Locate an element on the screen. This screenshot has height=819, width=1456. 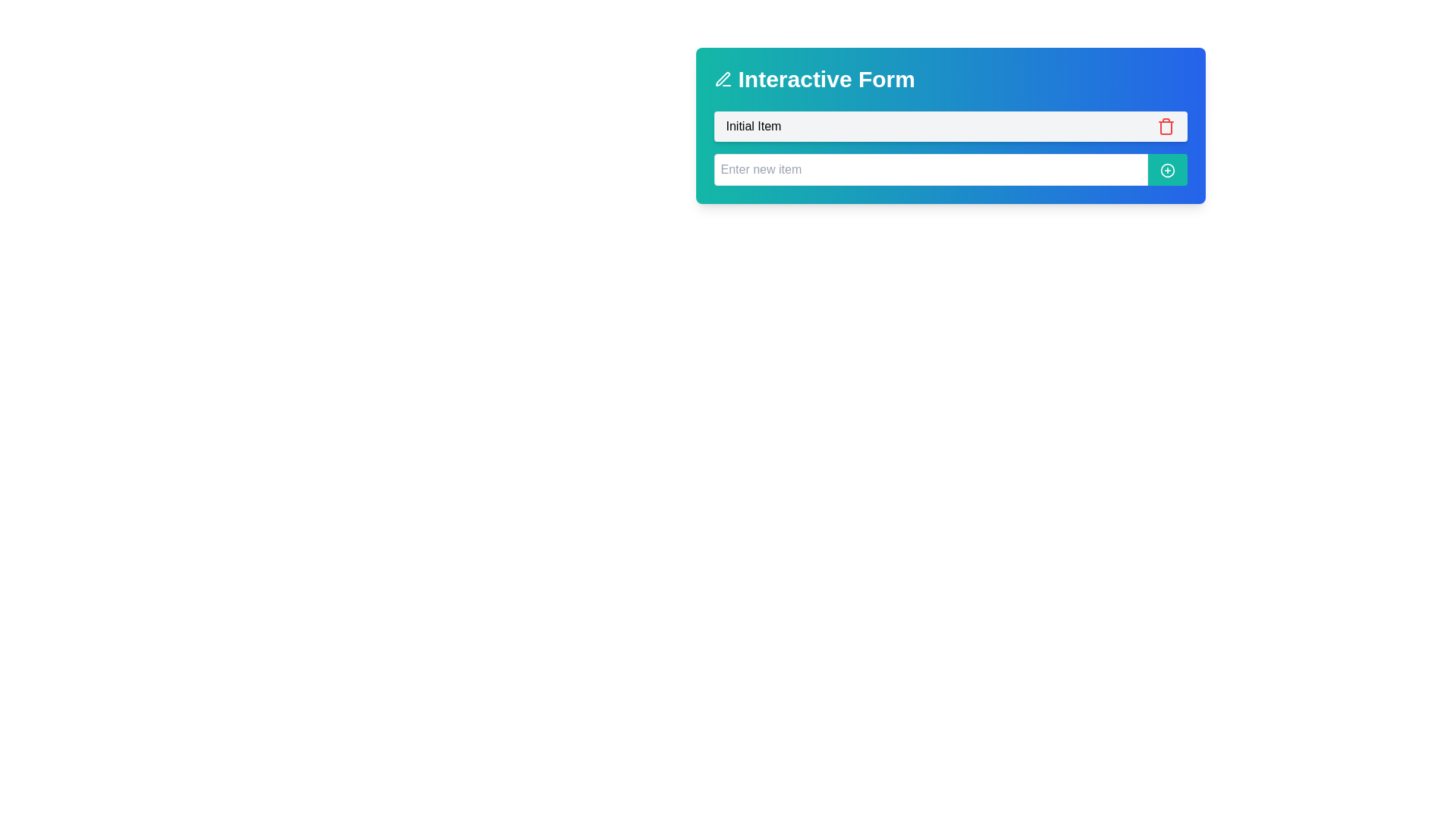
the SVG Circle that serves as a decorative or interactive icon, located in the top-right area of the second text input field adjacent to the 'Enter new item' placeholder is located at coordinates (1166, 170).